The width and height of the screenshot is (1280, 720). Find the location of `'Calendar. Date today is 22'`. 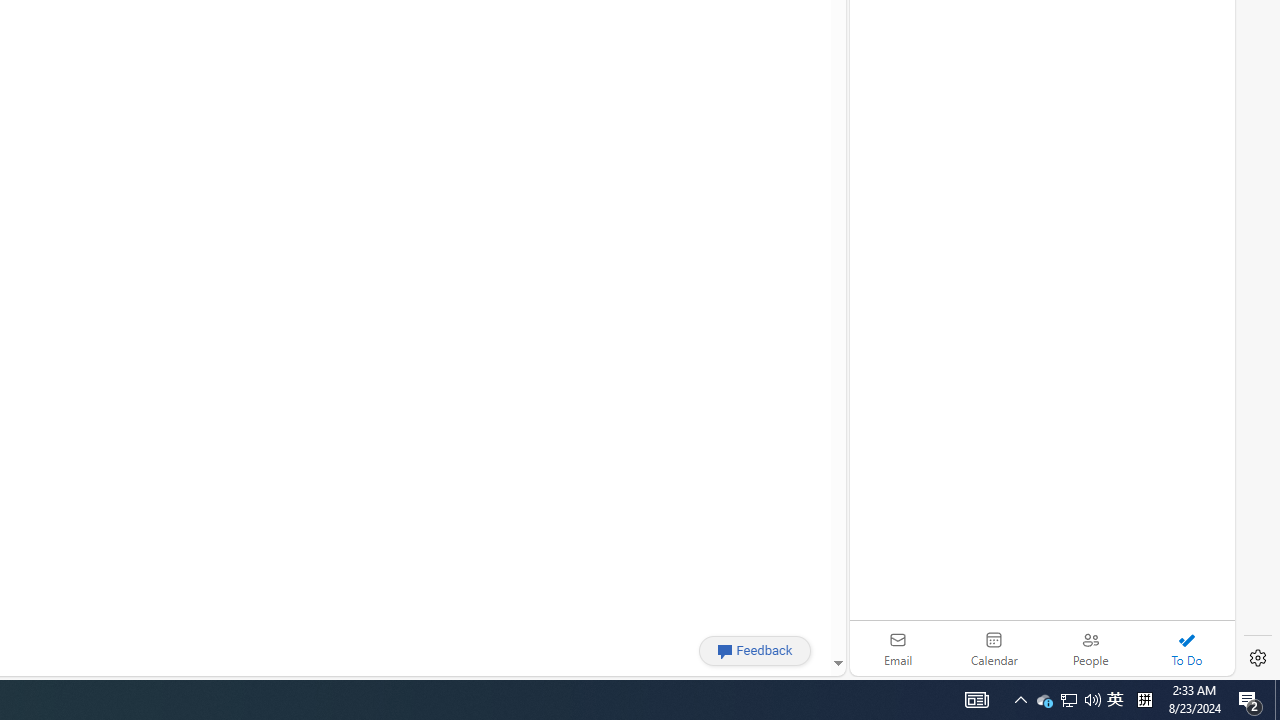

'Calendar. Date today is 22' is located at coordinates (994, 648).